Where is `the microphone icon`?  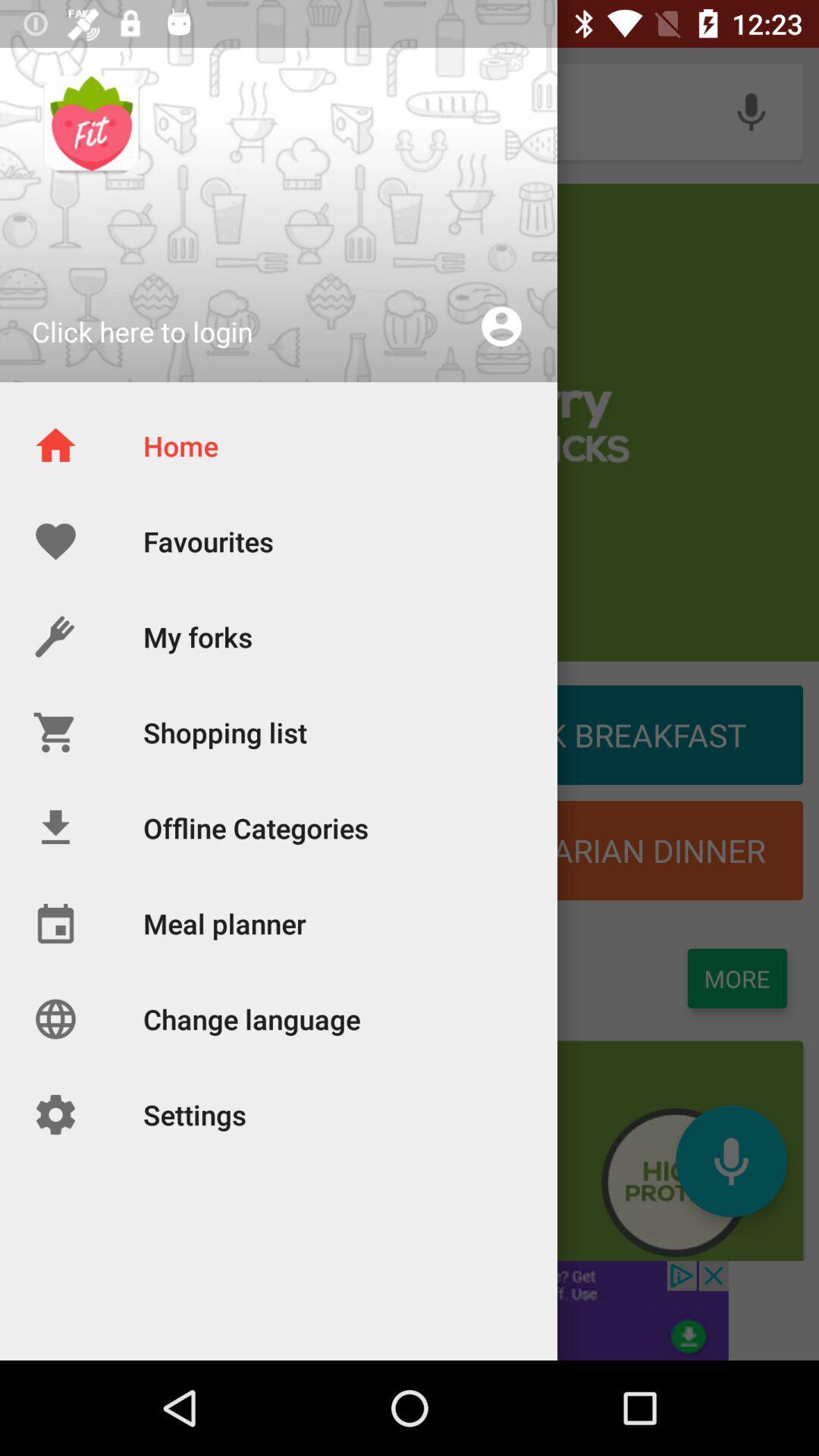 the microphone icon is located at coordinates (751, 111).